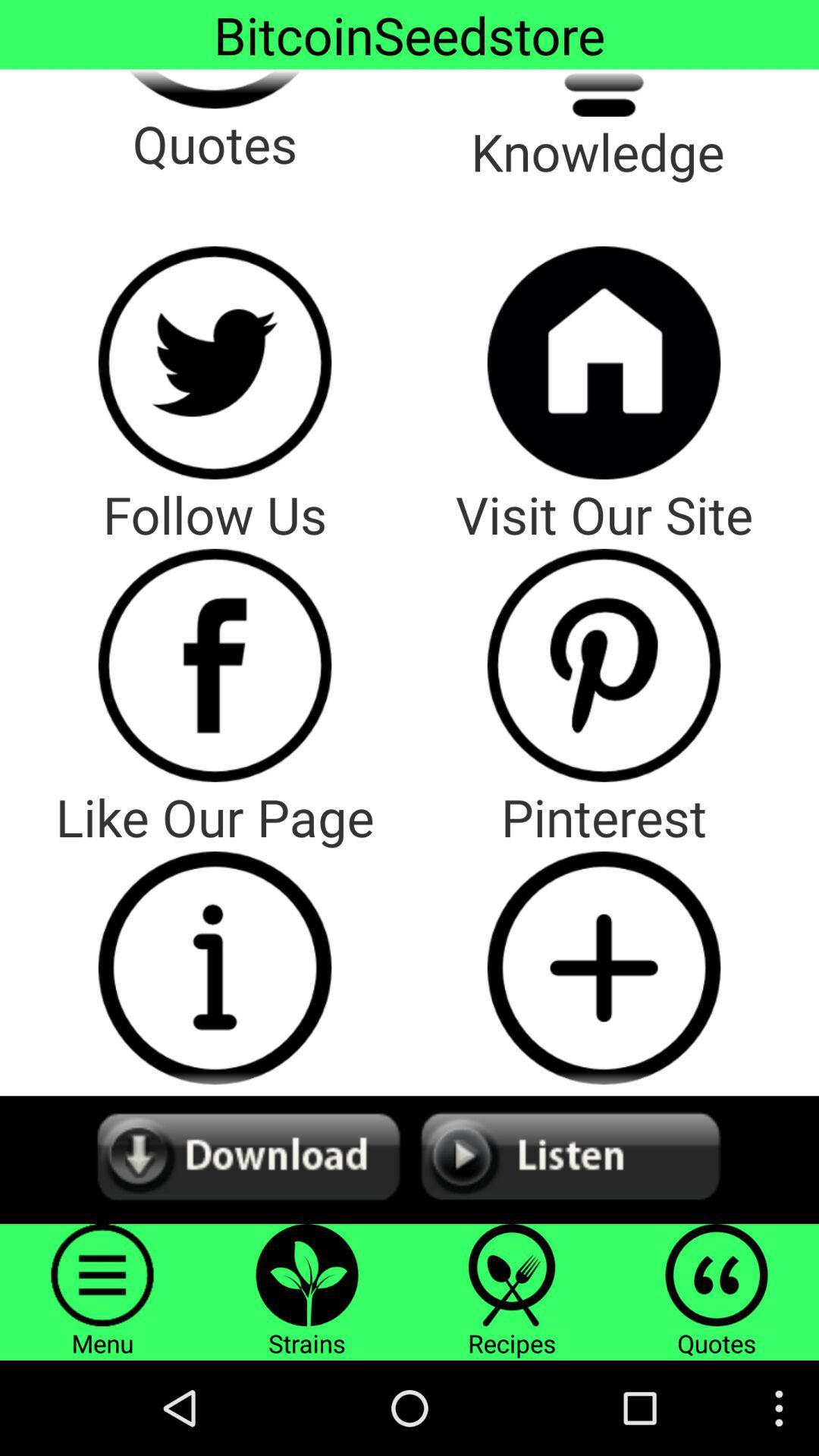 The width and height of the screenshot is (819, 1456). What do you see at coordinates (603, 967) in the screenshot?
I see `pin to pinterest` at bounding box center [603, 967].